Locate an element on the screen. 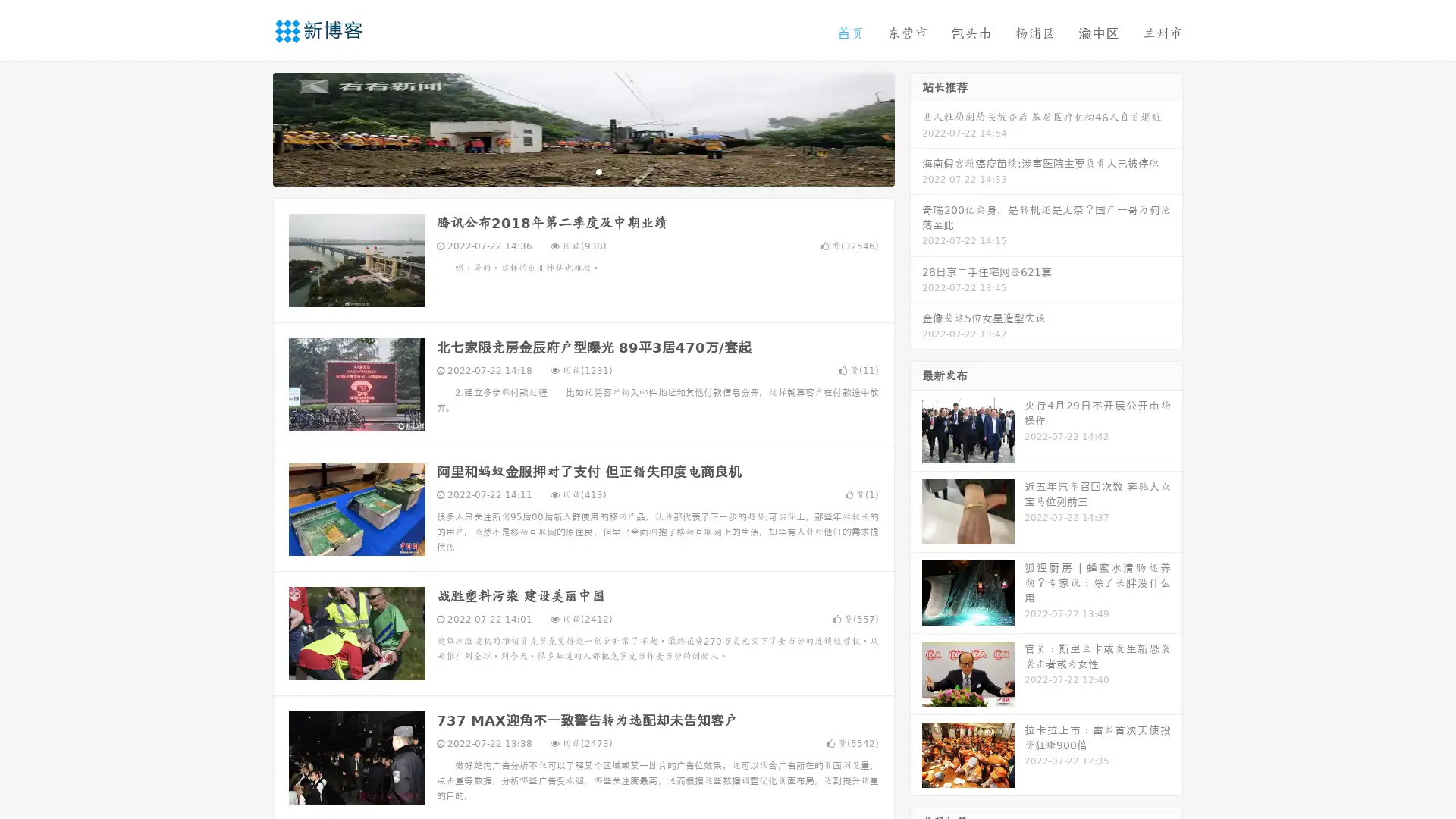  Go to slide 1 is located at coordinates (567, 171).